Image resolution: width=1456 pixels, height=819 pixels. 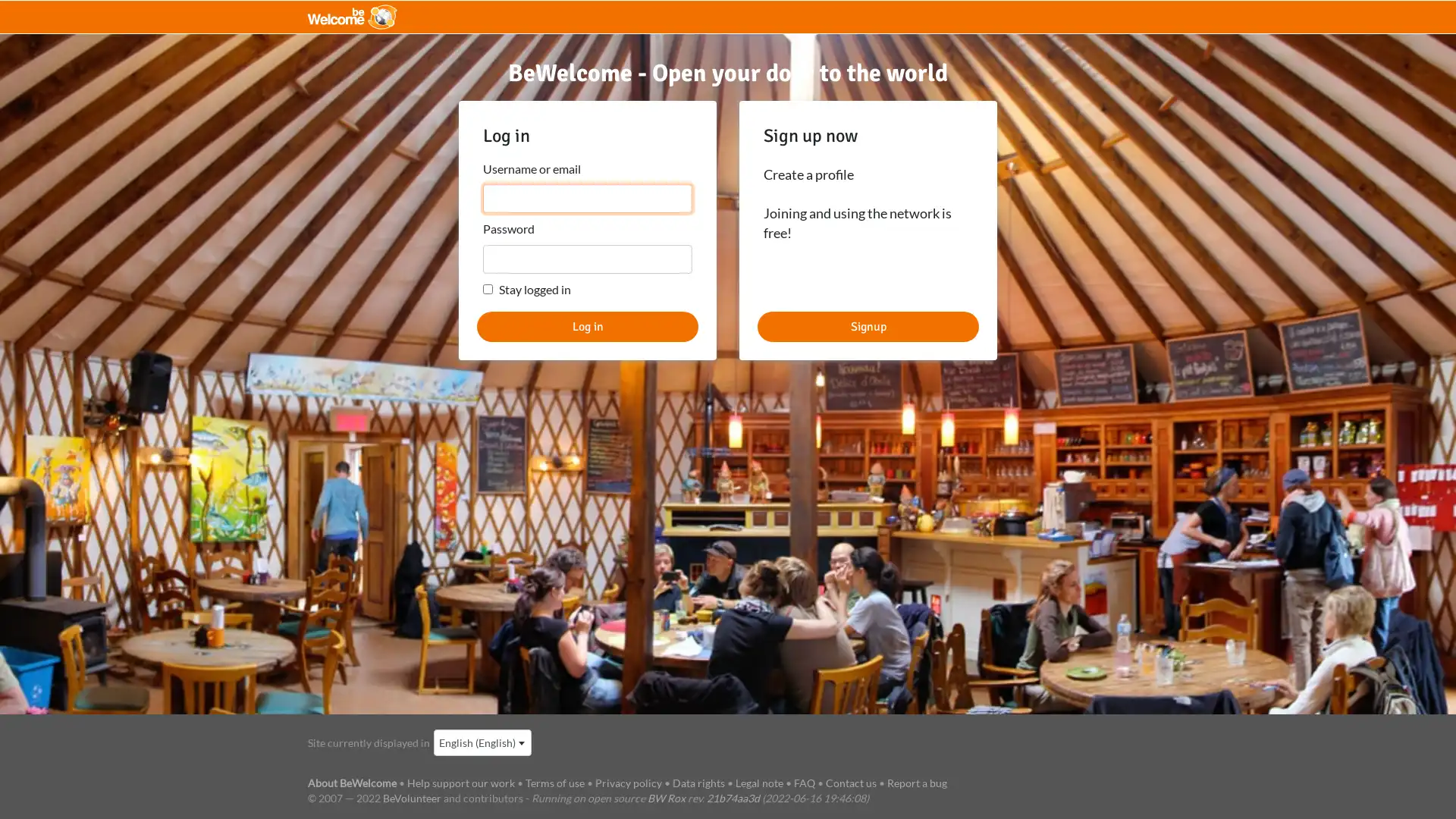 I want to click on Signup, so click(x=868, y=325).